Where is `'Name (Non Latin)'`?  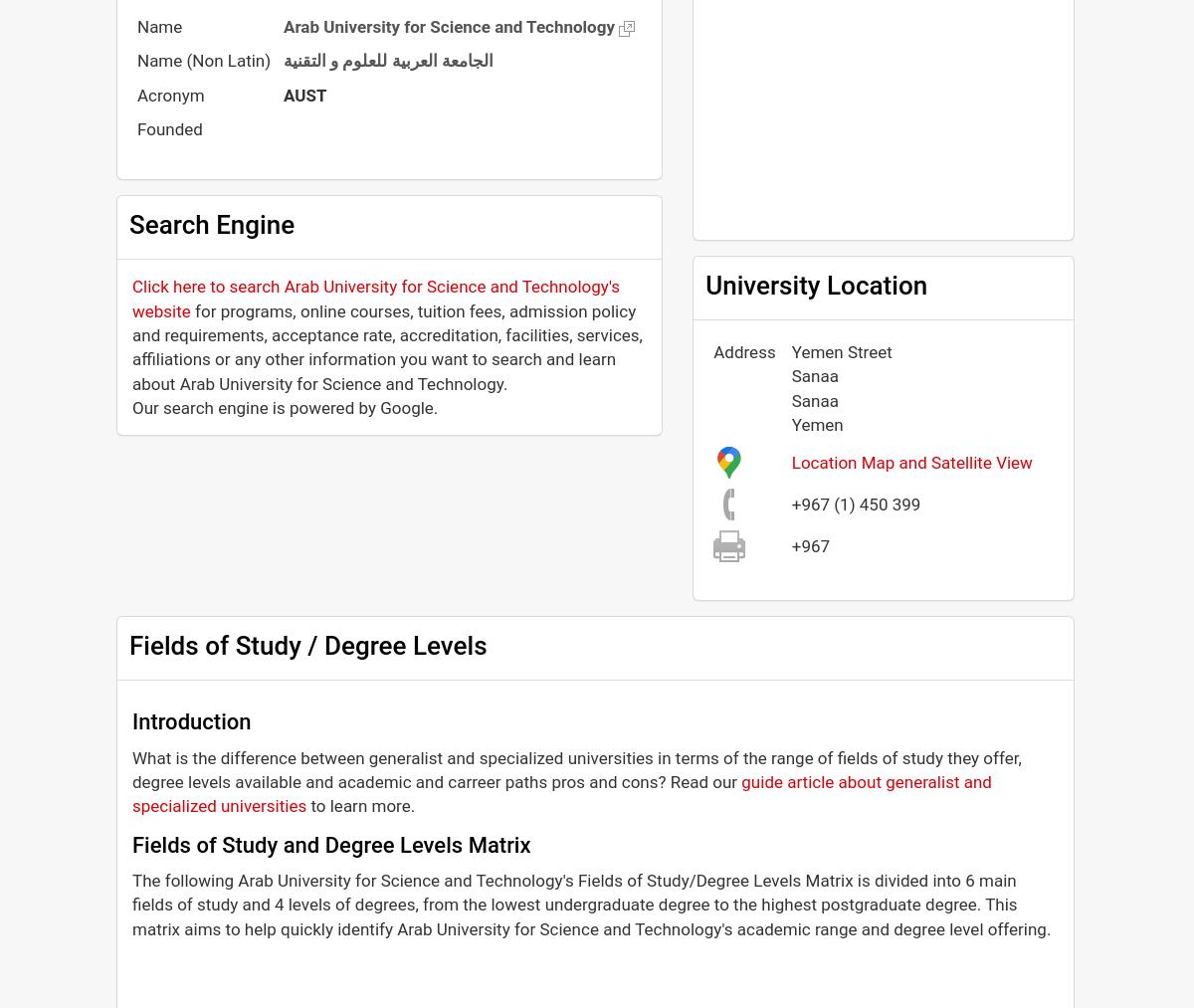
'Name (Non Latin)' is located at coordinates (137, 59).